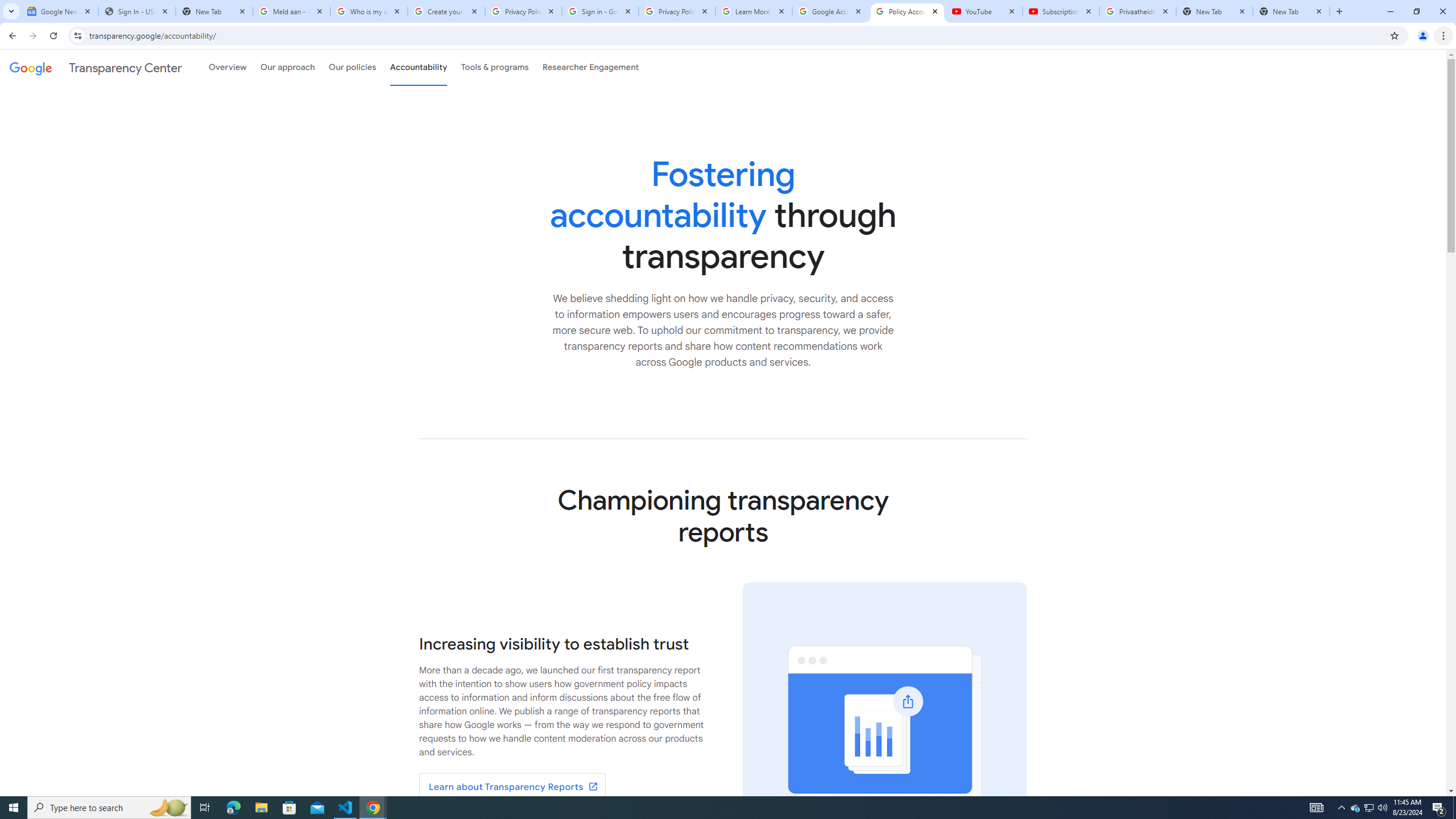  I want to click on 'Create your Google Account', so click(446, 11).